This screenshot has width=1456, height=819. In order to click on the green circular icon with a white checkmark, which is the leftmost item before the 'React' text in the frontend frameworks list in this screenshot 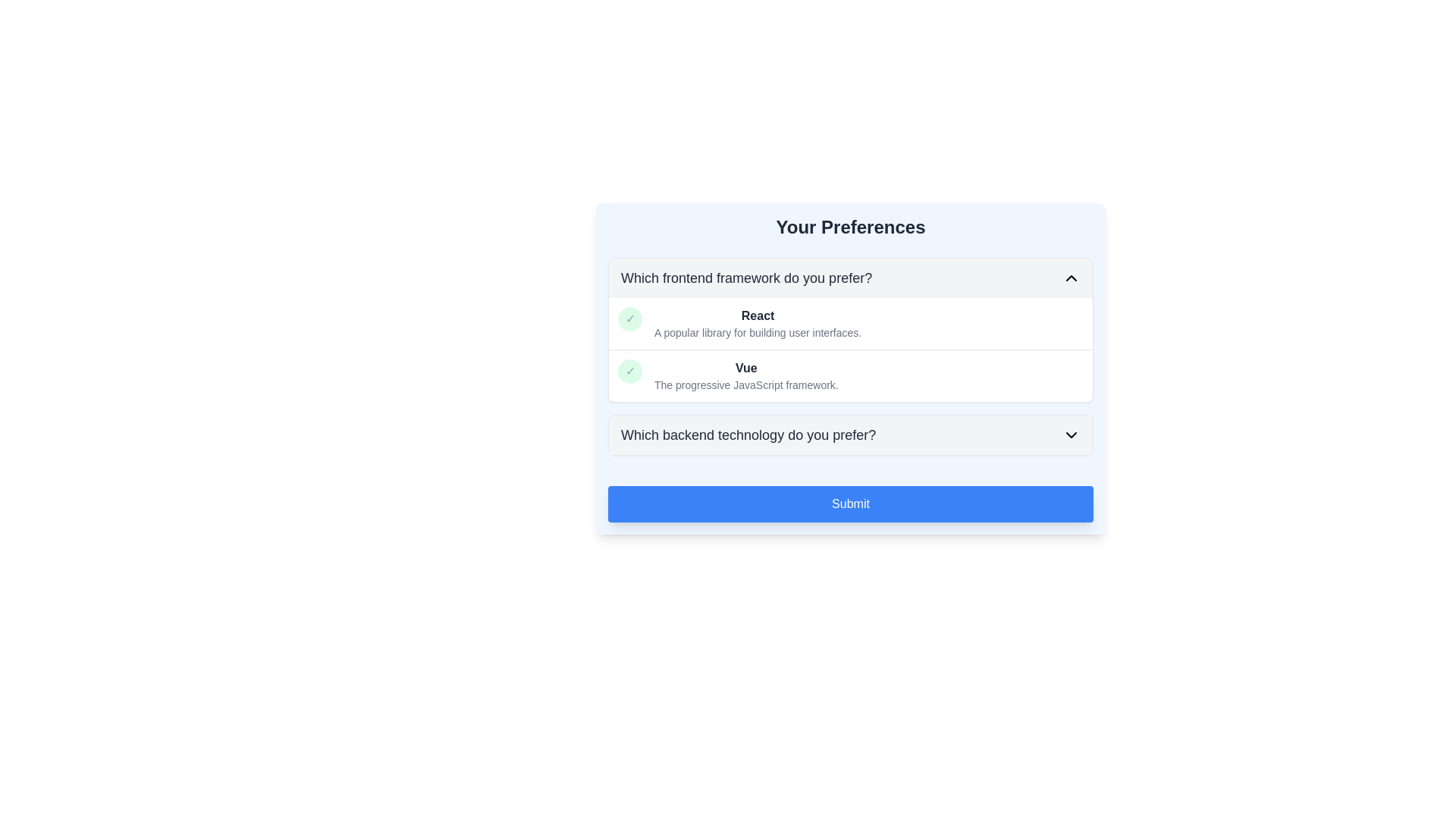, I will do `click(629, 318)`.